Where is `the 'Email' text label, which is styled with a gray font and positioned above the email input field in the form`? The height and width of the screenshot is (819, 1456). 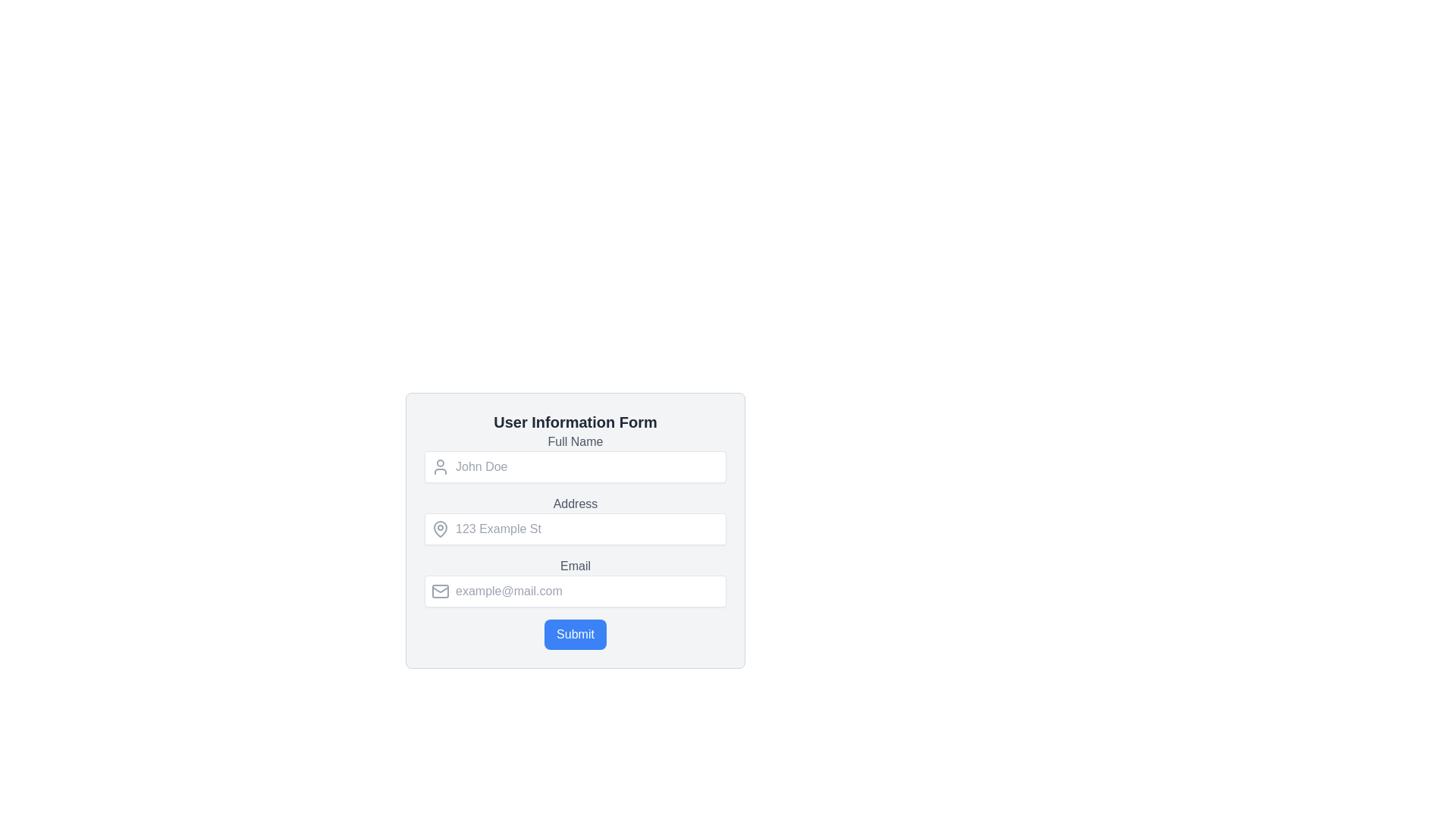 the 'Email' text label, which is styled with a gray font and positioned above the email input field in the form is located at coordinates (574, 566).